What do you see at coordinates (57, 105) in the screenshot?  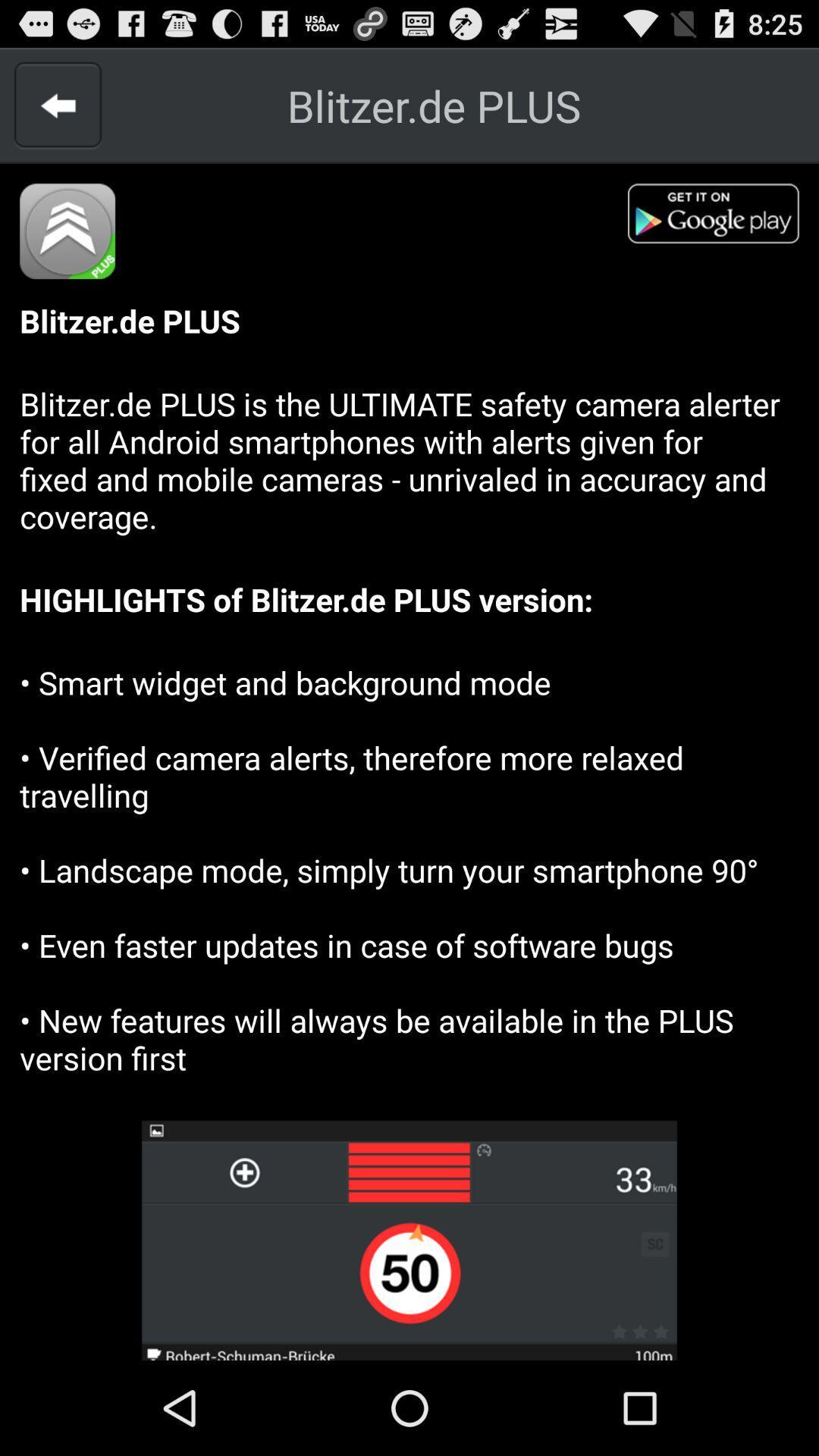 I see `go back` at bounding box center [57, 105].